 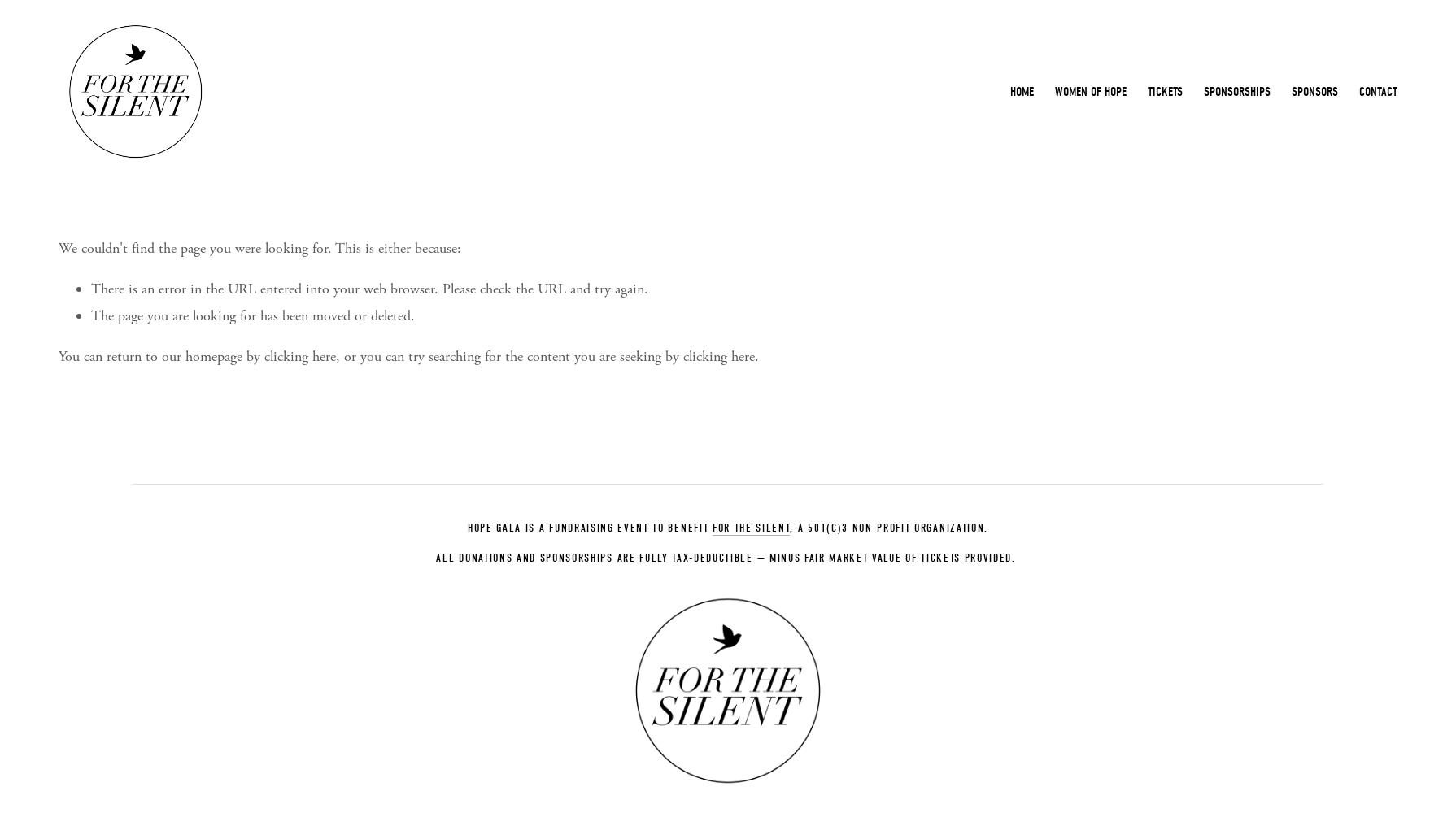 What do you see at coordinates (724, 557) in the screenshot?
I see `'All donations and sponsorships are fully tax-deductible — minus fair market value of tickets provided.'` at bounding box center [724, 557].